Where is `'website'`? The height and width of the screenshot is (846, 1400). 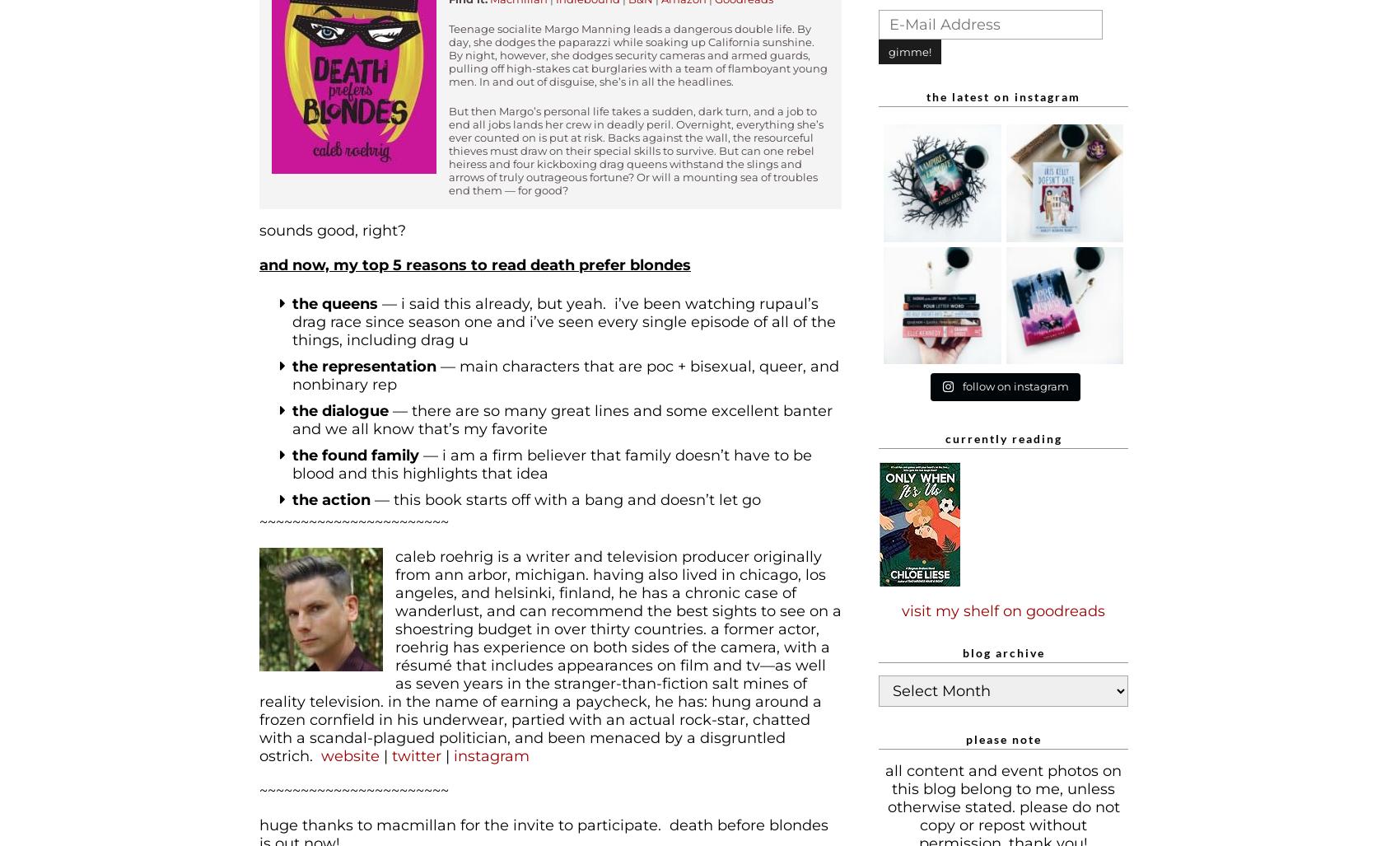 'website' is located at coordinates (350, 755).